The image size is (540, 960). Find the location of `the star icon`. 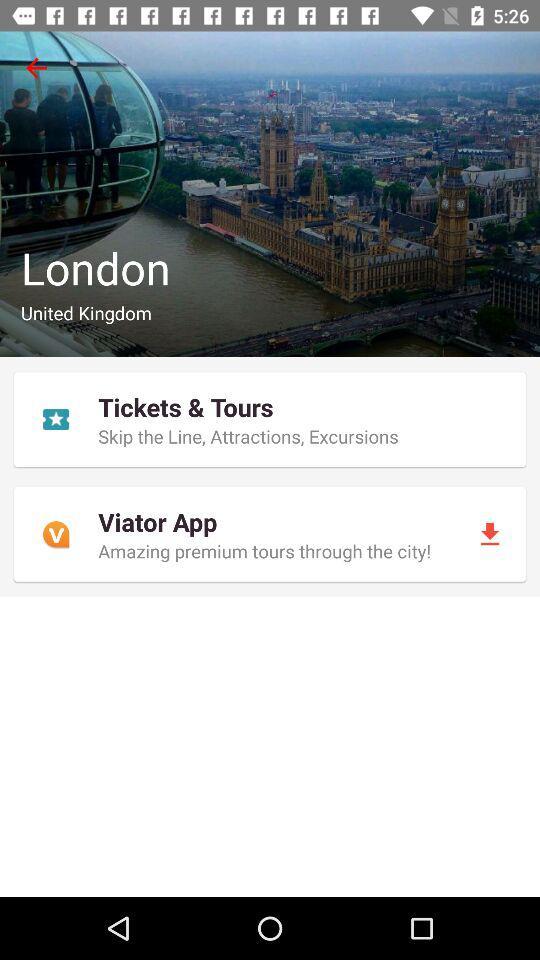

the star icon is located at coordinates (55, 418).